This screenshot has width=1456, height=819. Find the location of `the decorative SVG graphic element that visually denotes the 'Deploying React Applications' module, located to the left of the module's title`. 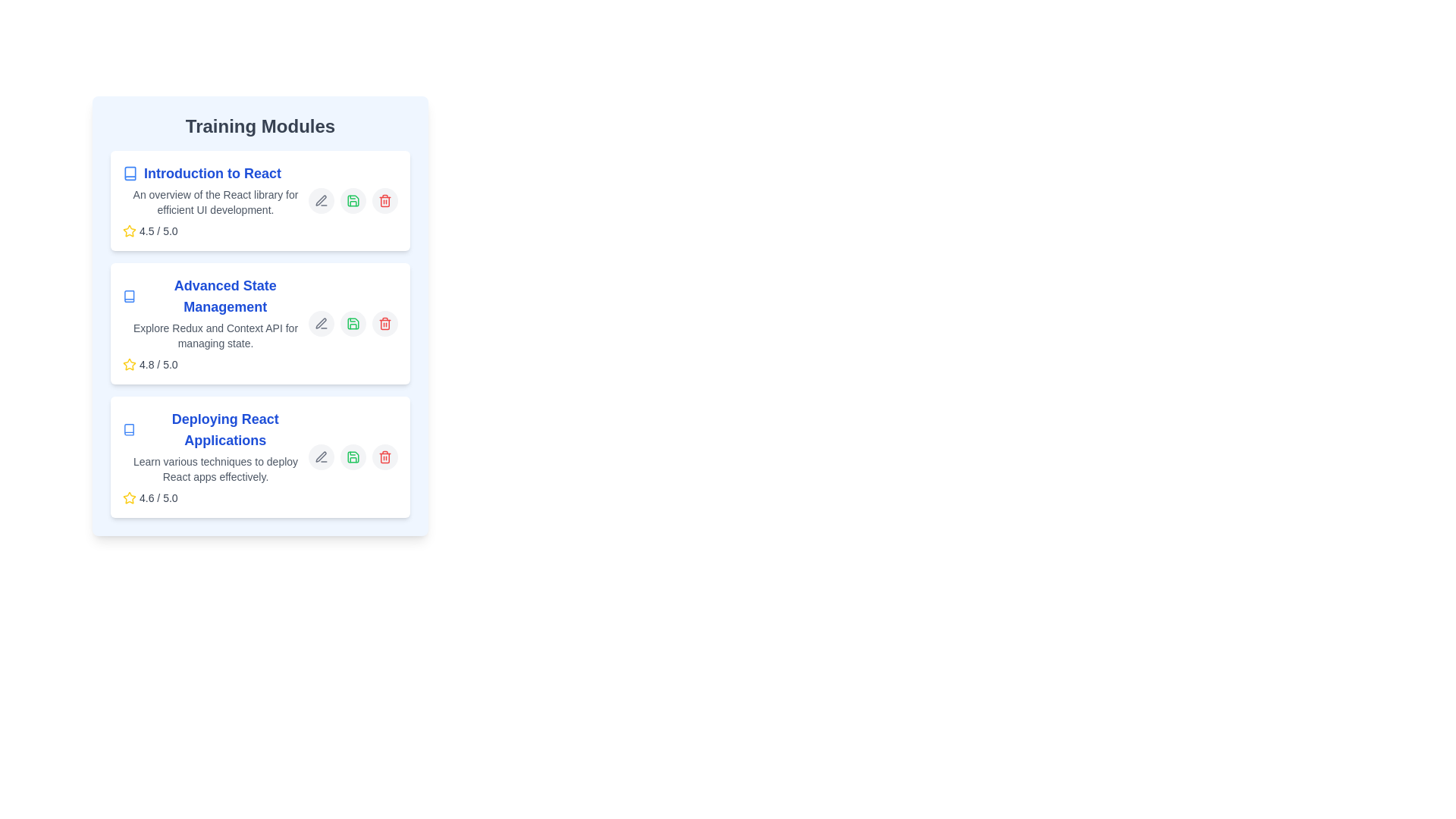

the decorative SVG graphic element that visually denotes the 'Deploying React Applications' module, located to the left of the module's title is located at coordinates (129, 430).